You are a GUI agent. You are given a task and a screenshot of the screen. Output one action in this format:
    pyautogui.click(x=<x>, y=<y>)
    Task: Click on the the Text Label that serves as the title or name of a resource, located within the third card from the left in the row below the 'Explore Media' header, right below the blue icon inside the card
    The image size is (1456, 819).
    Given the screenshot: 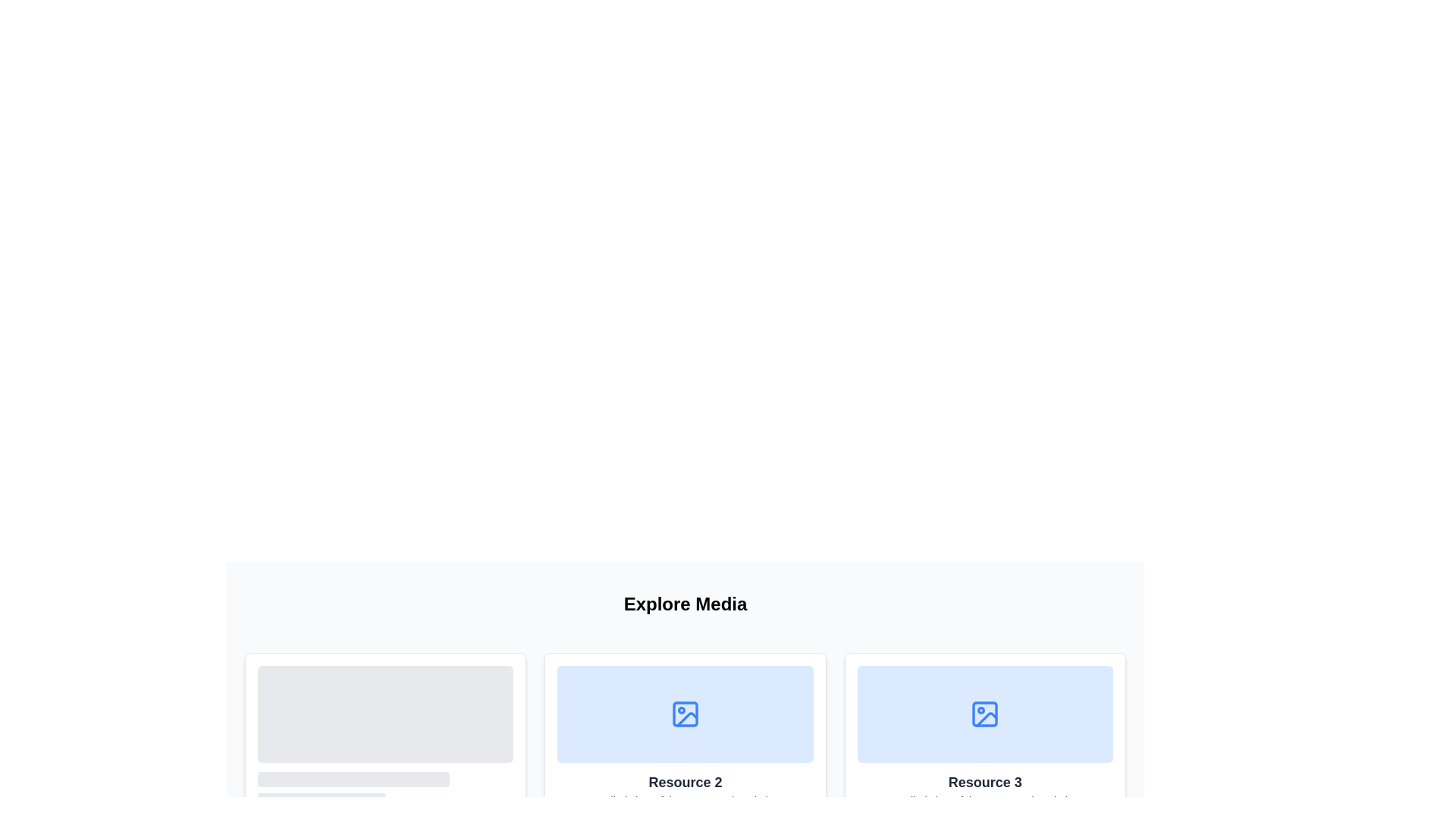 What is the action you would take?
    pyautogui.click(x=985, y=783)
    